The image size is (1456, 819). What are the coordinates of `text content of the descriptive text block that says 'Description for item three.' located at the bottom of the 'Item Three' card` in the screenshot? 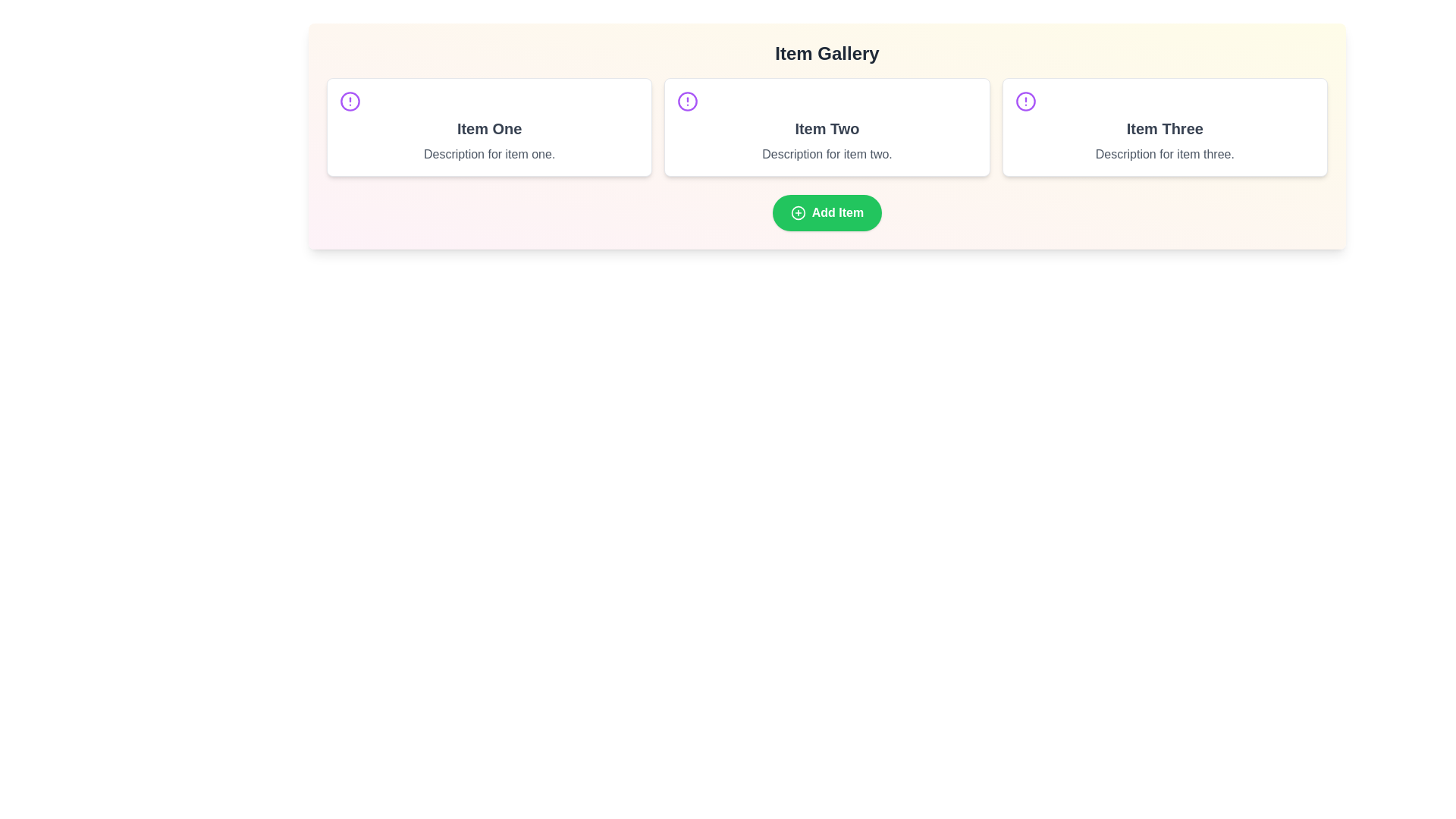 It's located at (1164, 155).